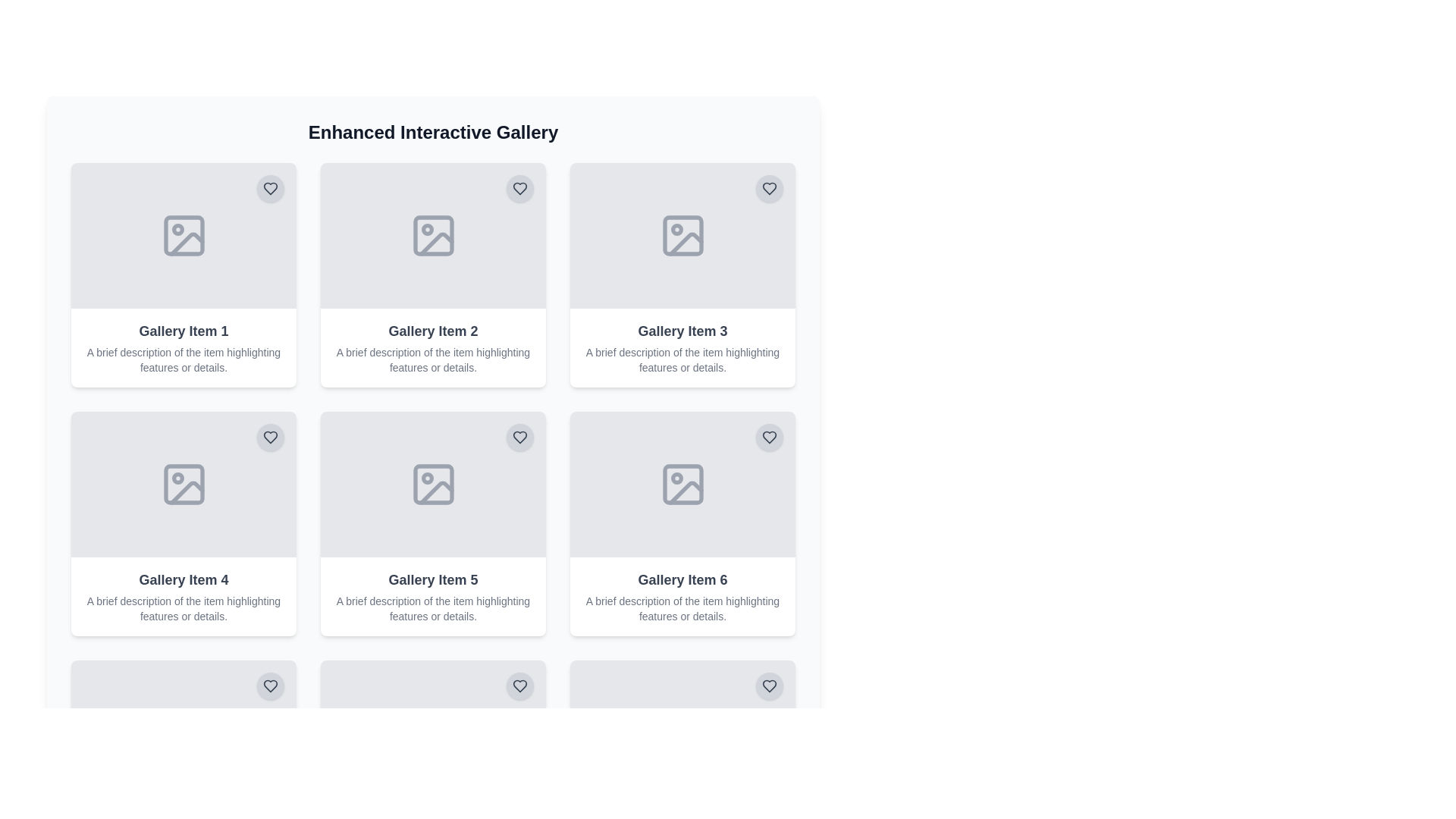 This screenshot has height=819, width=1456. What do you see at coordinates (432, 733) in the screenshot?
I see `the heart button within the 'Gallery Item 8' component to favorite the item, which is located in the third row, second column of the grid layout` at bounding box center [432, 733].